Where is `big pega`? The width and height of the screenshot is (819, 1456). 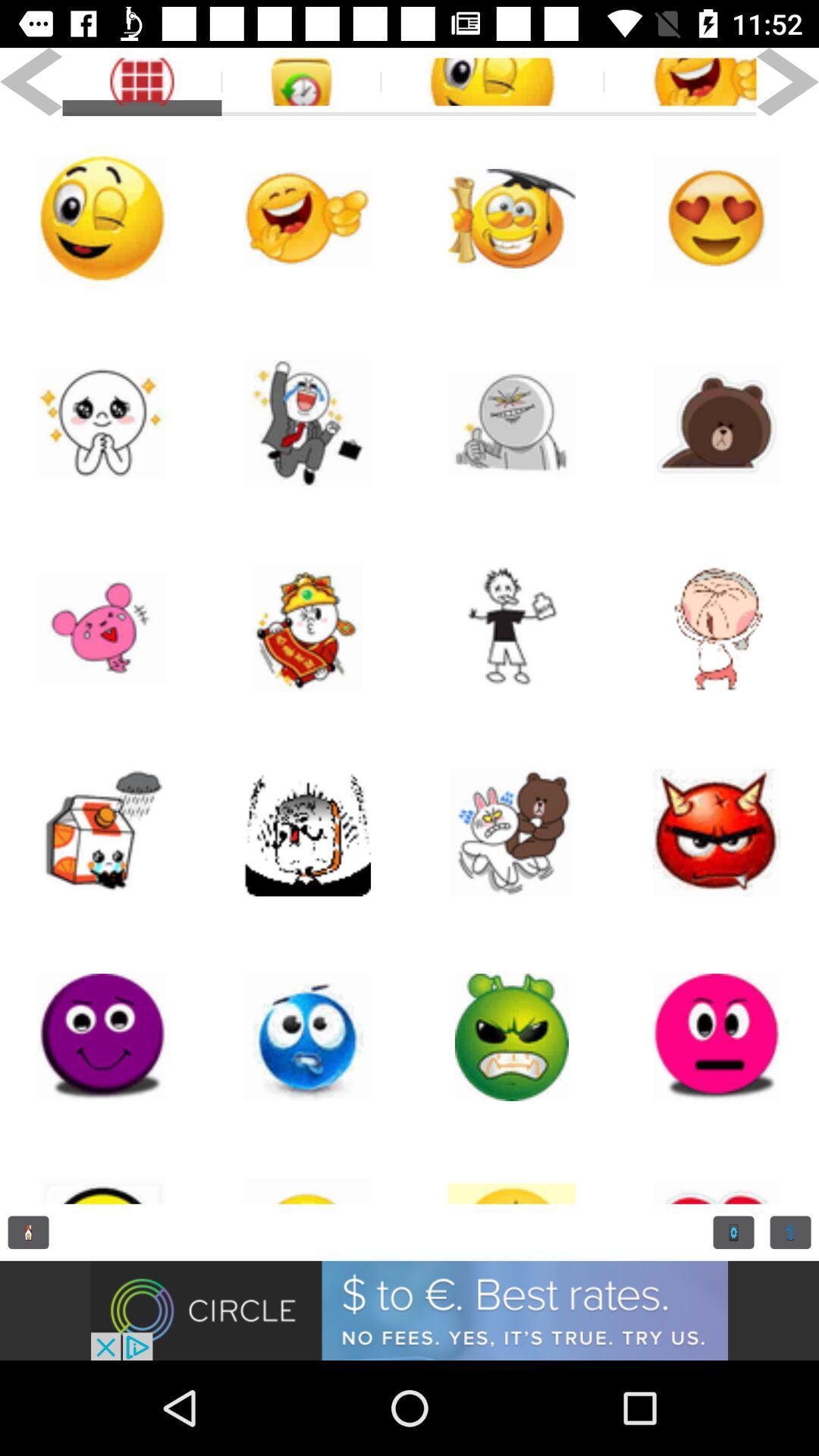
big pega is located at coordinates (717, 832).